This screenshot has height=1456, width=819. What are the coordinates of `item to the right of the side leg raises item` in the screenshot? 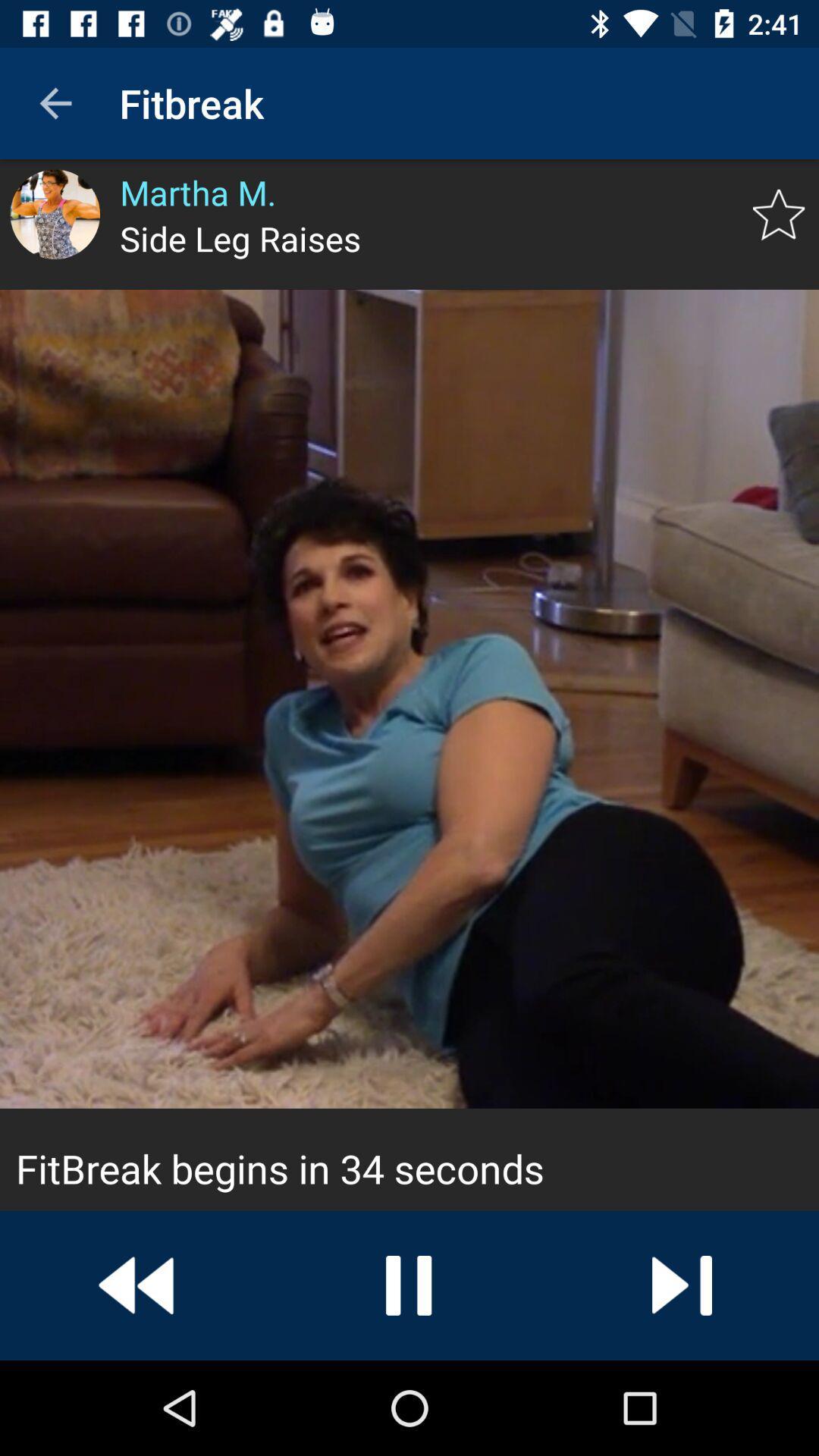 It's located at (779, 214).